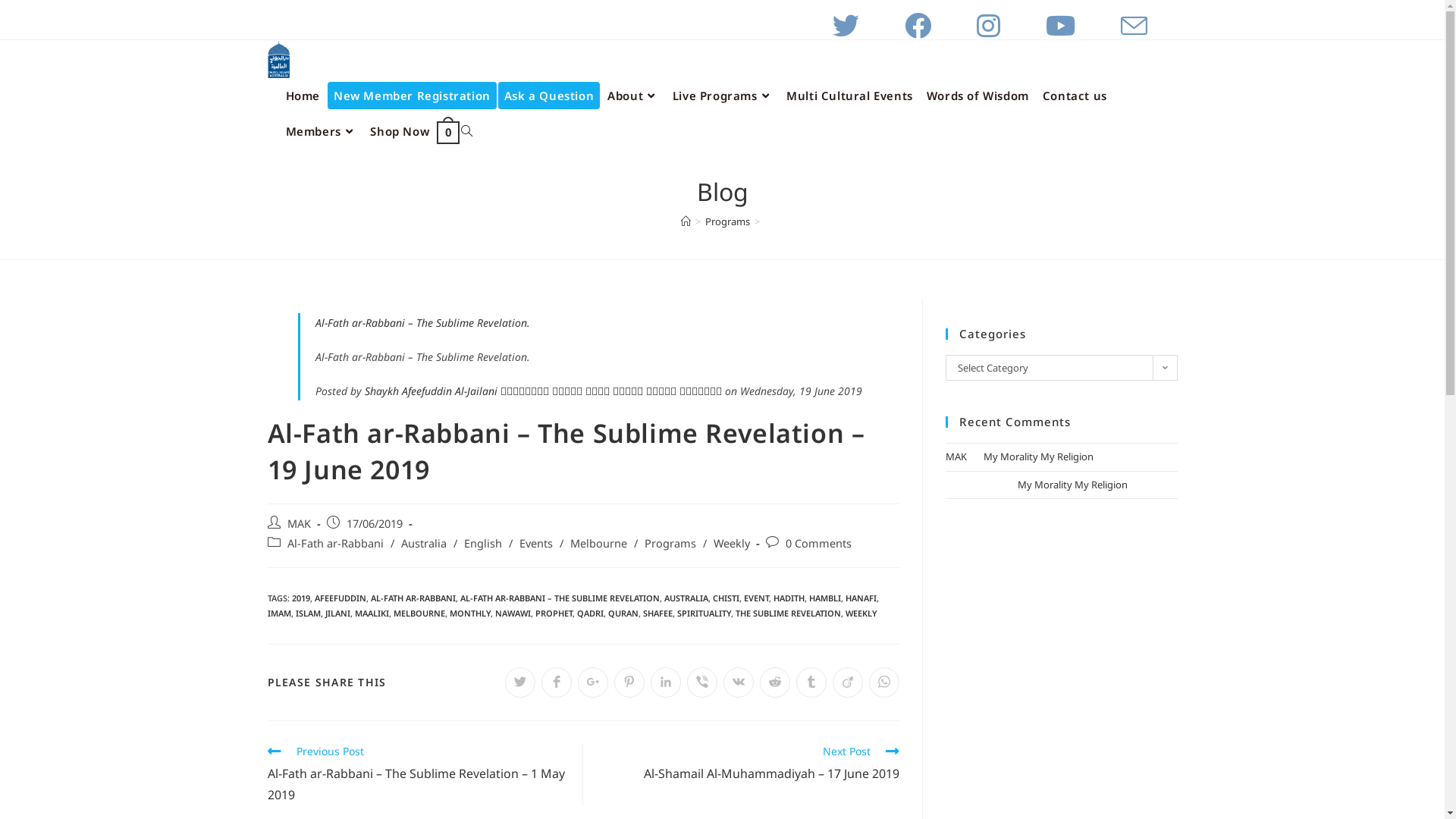  What do you see at coordinates (817, 542) in the screenshot?
I see `'0 Comments'` at bounding box center [817, 542].